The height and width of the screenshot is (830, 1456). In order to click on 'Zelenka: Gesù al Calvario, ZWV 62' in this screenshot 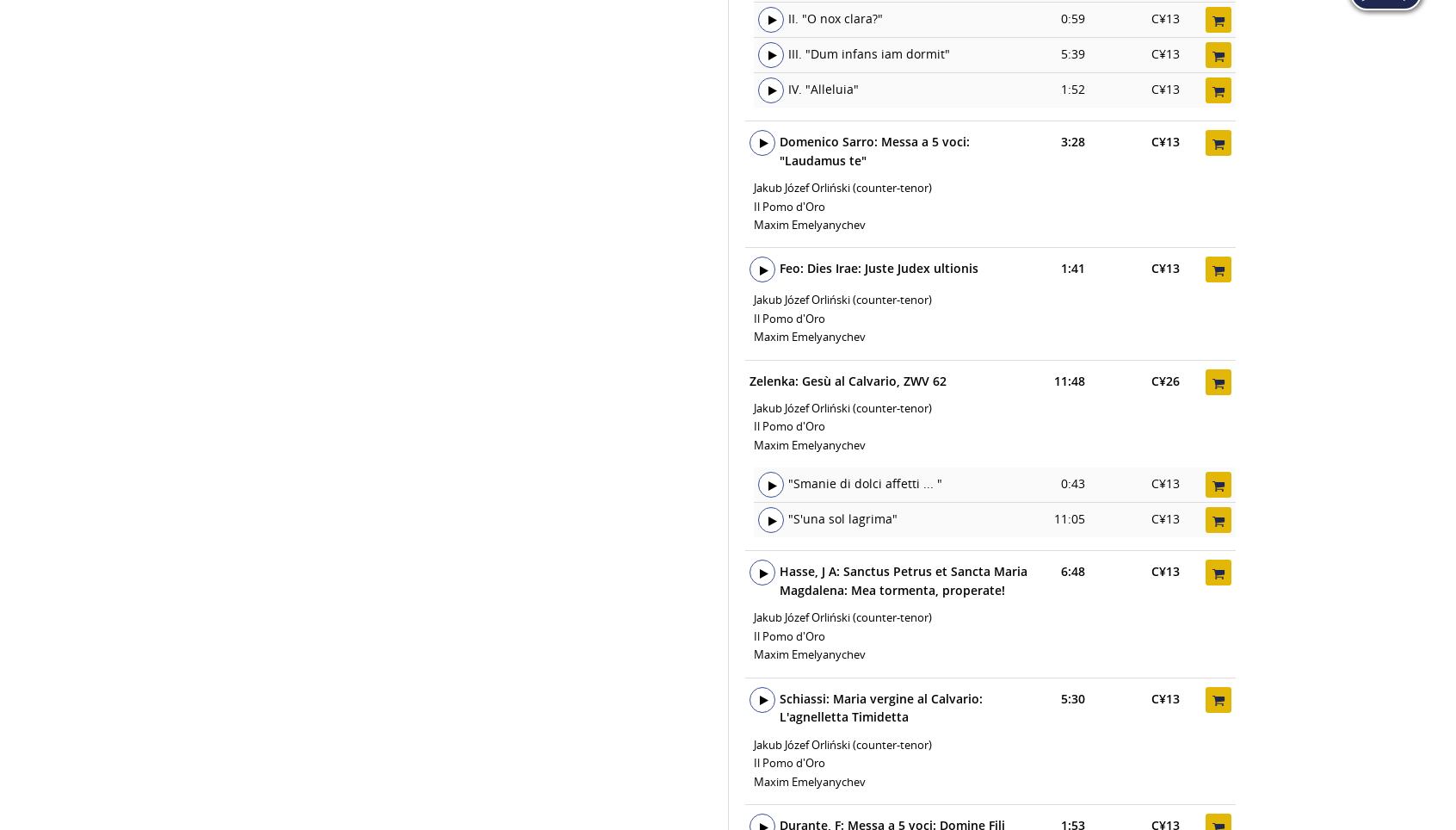, I will do `click(848, 379)`.